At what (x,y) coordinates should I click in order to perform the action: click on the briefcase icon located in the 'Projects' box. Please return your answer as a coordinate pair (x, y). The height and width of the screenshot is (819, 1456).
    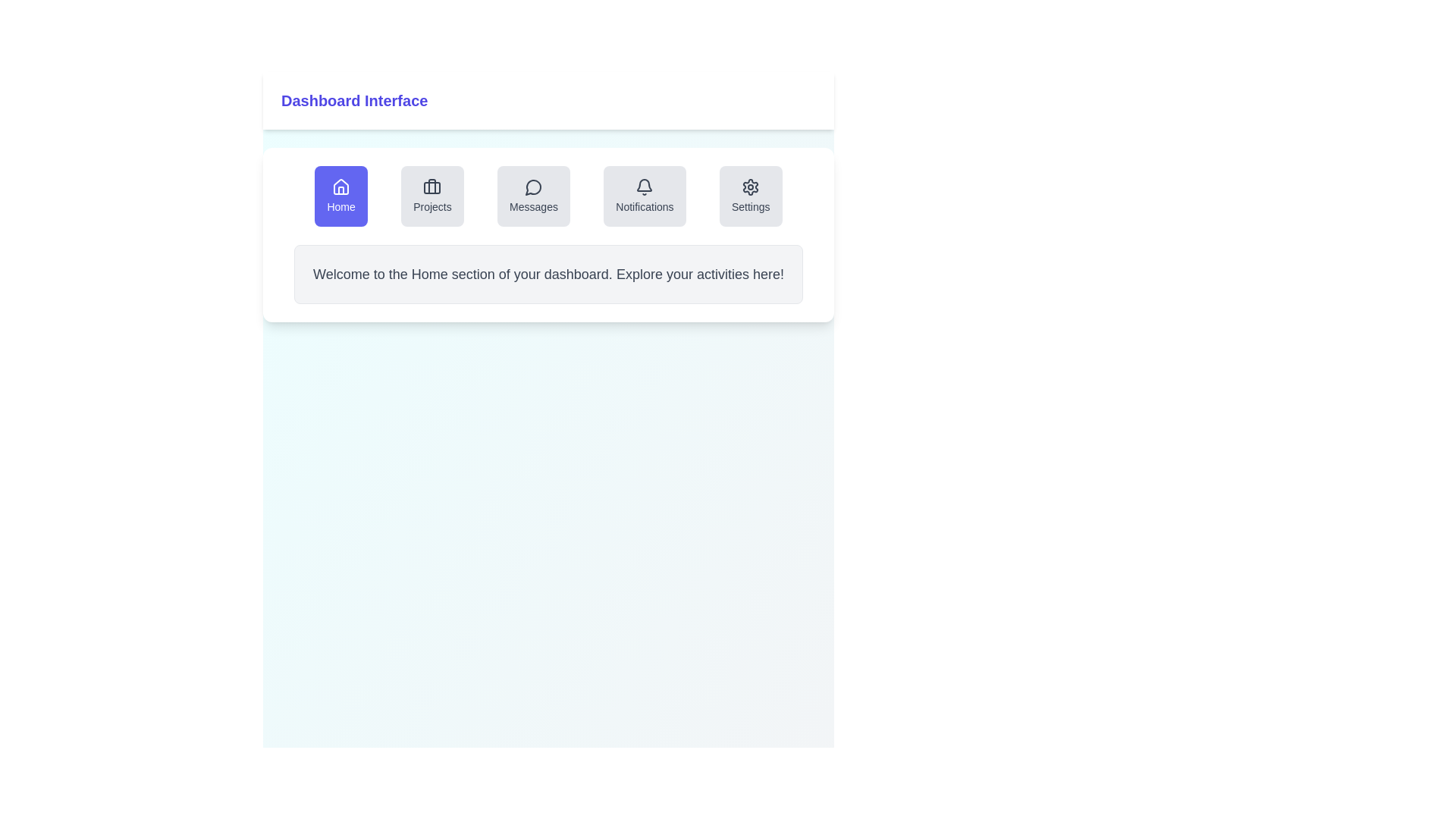
    Looking at the image, I should click on (431, 186).